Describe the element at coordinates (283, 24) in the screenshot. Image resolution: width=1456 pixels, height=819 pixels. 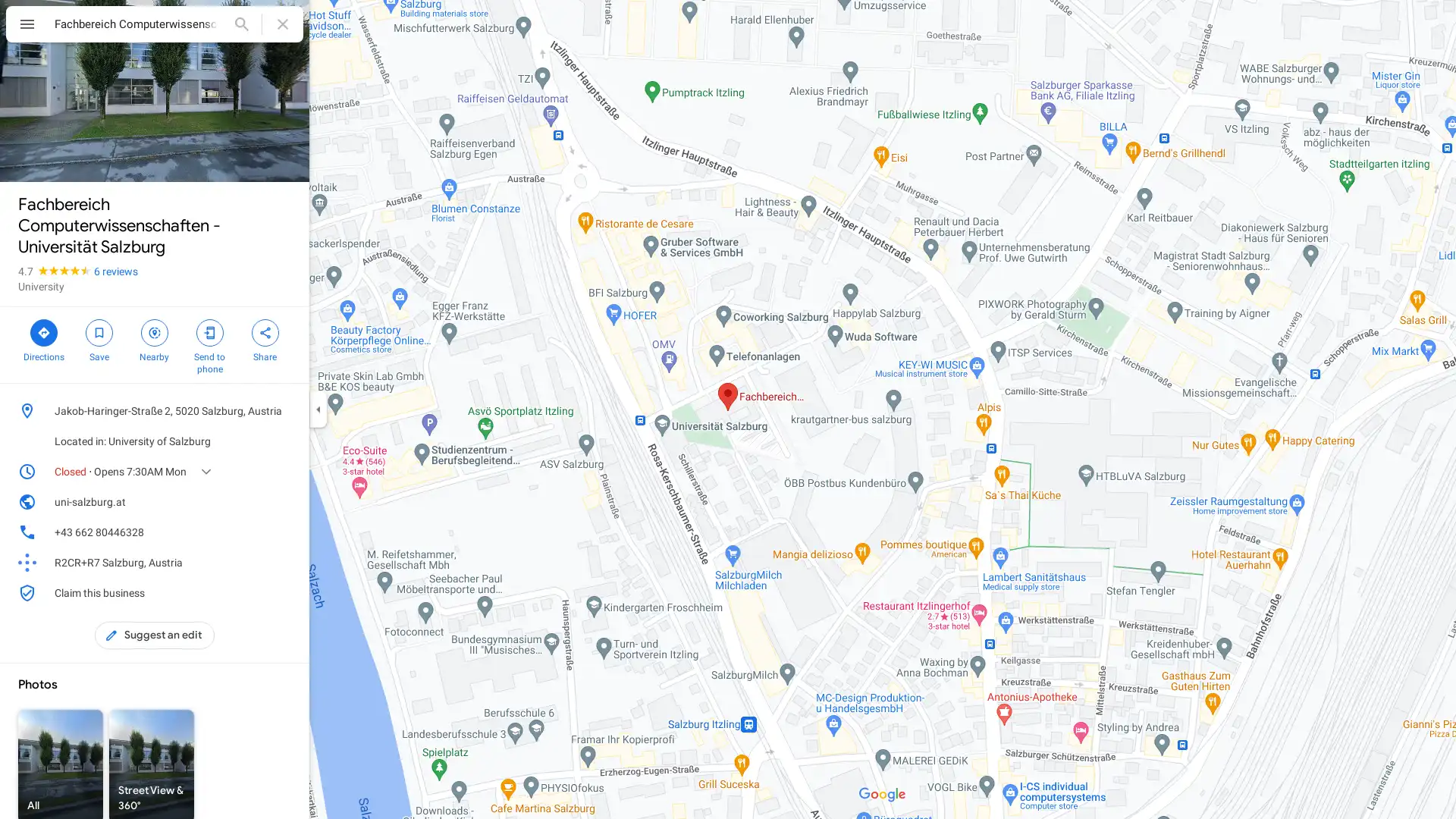
I see `Clear search` at that location.